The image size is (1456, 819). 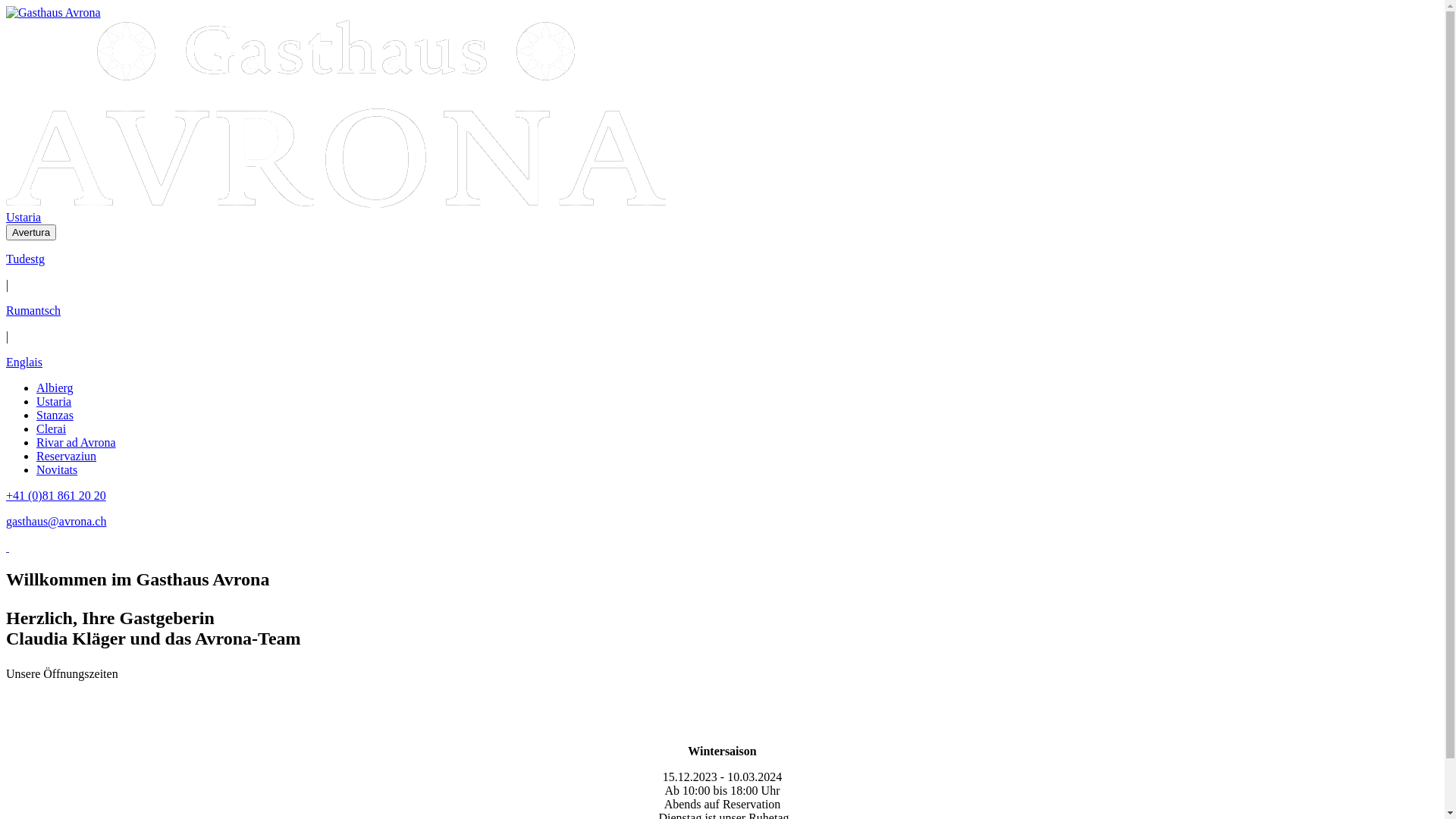 I want to click on 'Ustaria', so click(x=36, y=400).